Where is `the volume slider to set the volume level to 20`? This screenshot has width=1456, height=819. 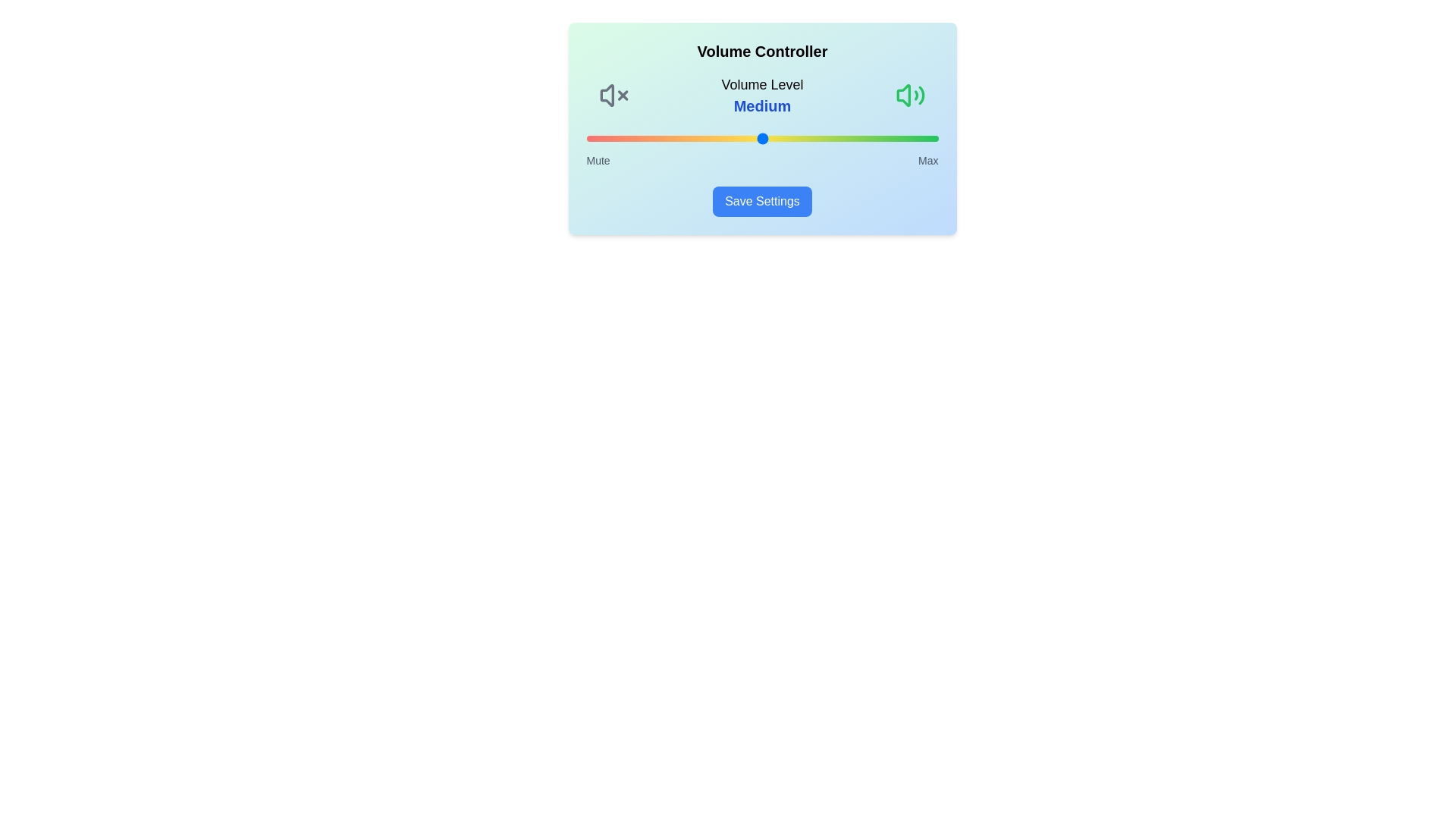 the volume slider to set the volume level to 20 is located at coordinates (657, 138).